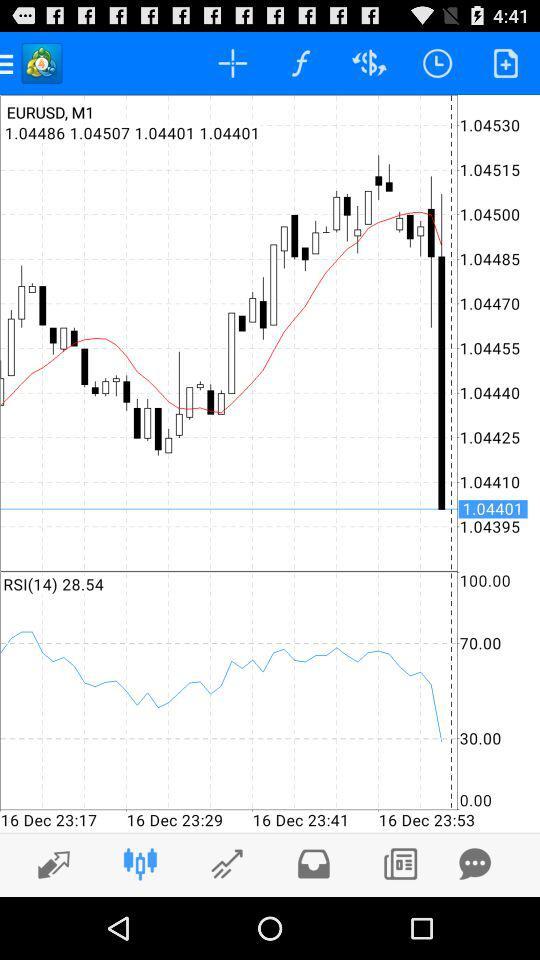  I want to click on the edit icon, so click(226, 924).